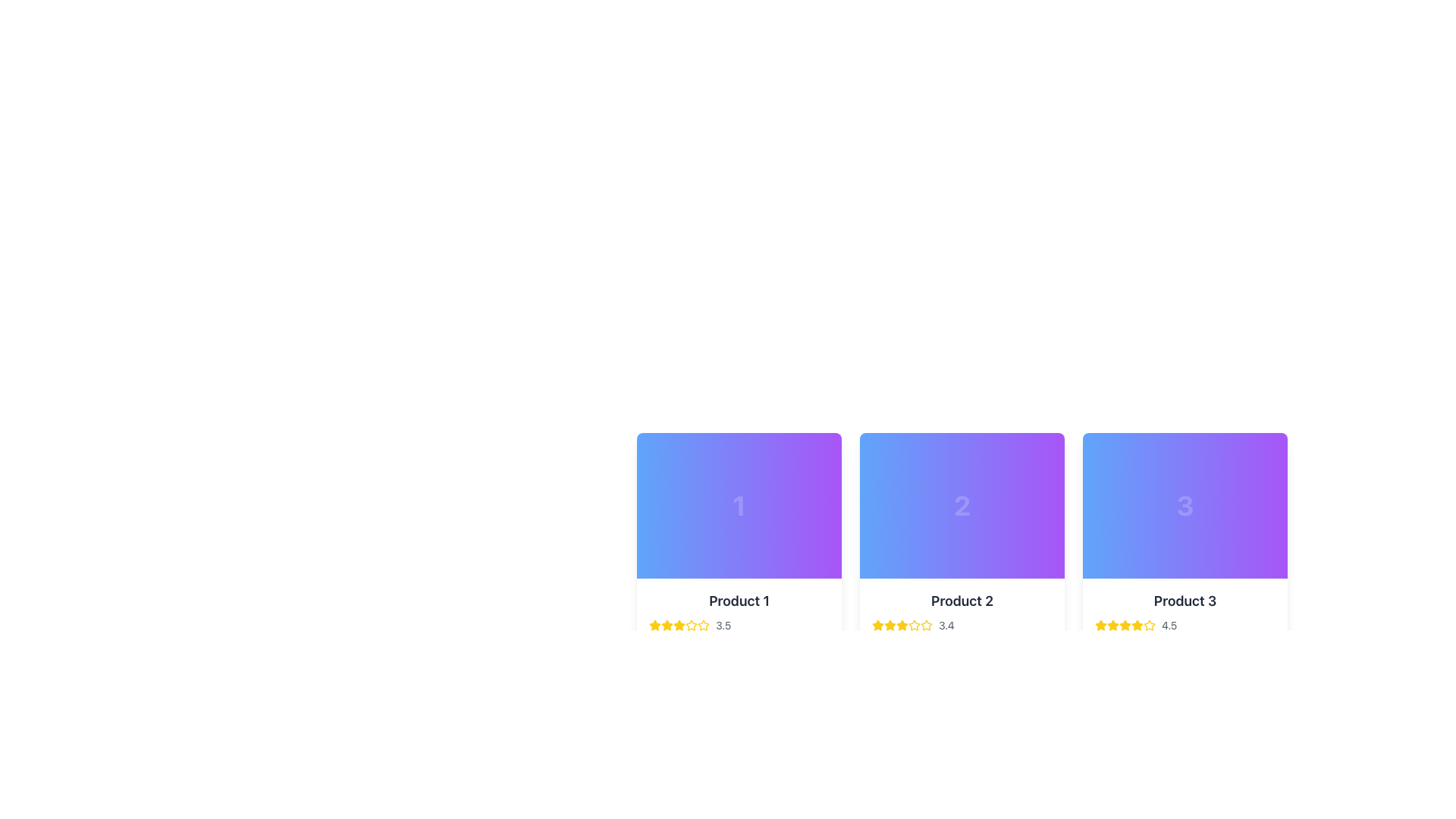 Image resolution: width=1456 pixels, height=819 pixels. I want to click on the large semi-transparent numeral '2' displayed in the center of a blue to purple gradient background, which is located in the second of three gradient rectangles, so click(961, 506).